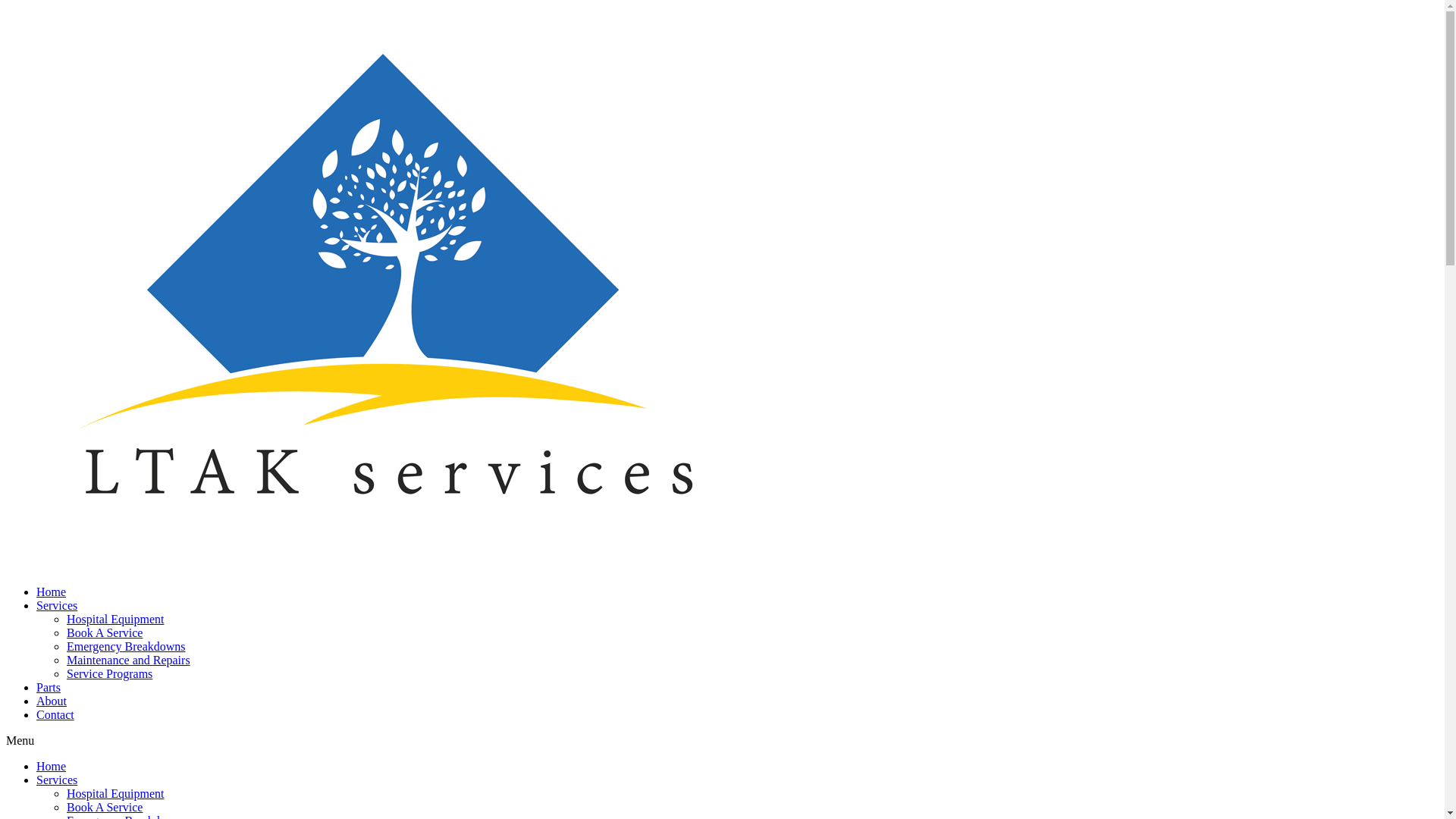 Image resolution: width=1456 pixels, height=819 pixels. What do you see at coordinates (51, 591) in the screenshot?
I see `'Home'` at bounding box center [51, 591].